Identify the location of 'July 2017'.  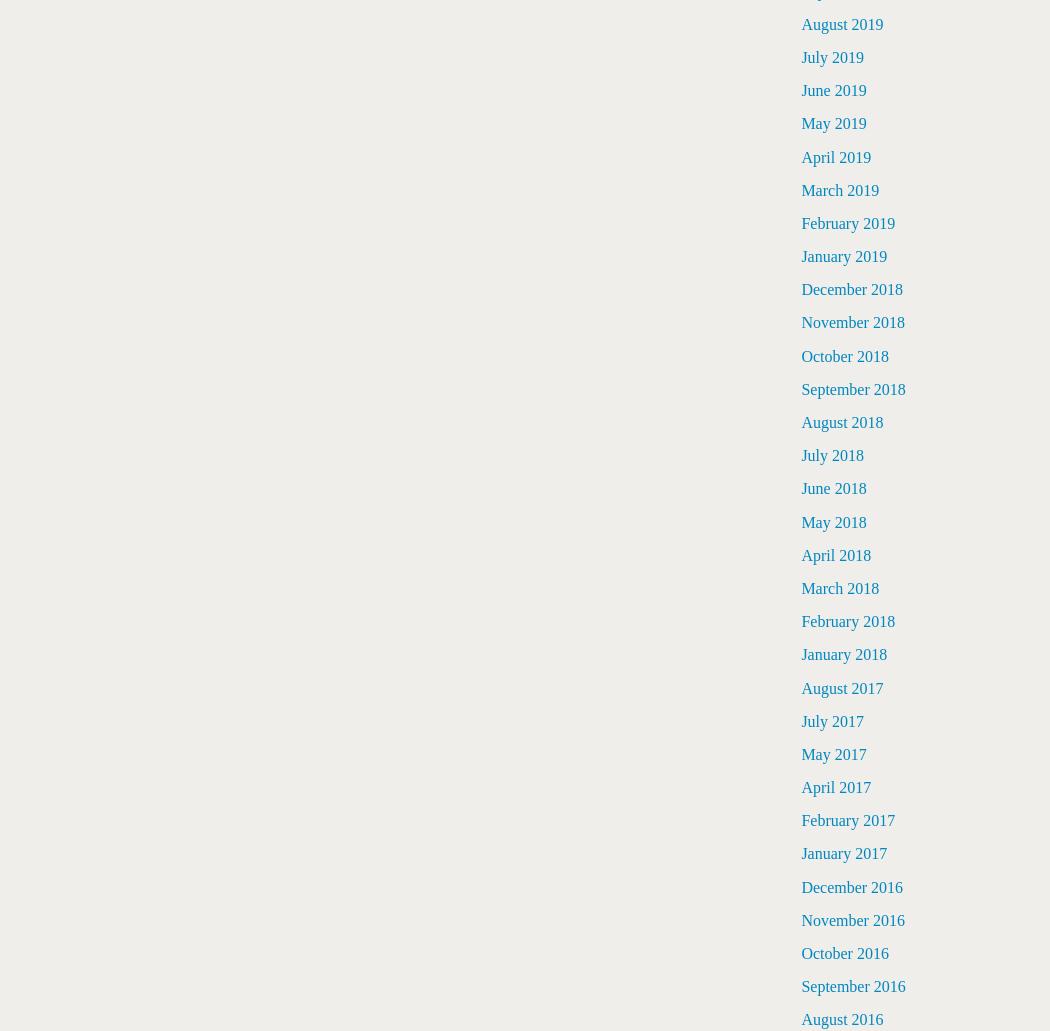
(800, 720).